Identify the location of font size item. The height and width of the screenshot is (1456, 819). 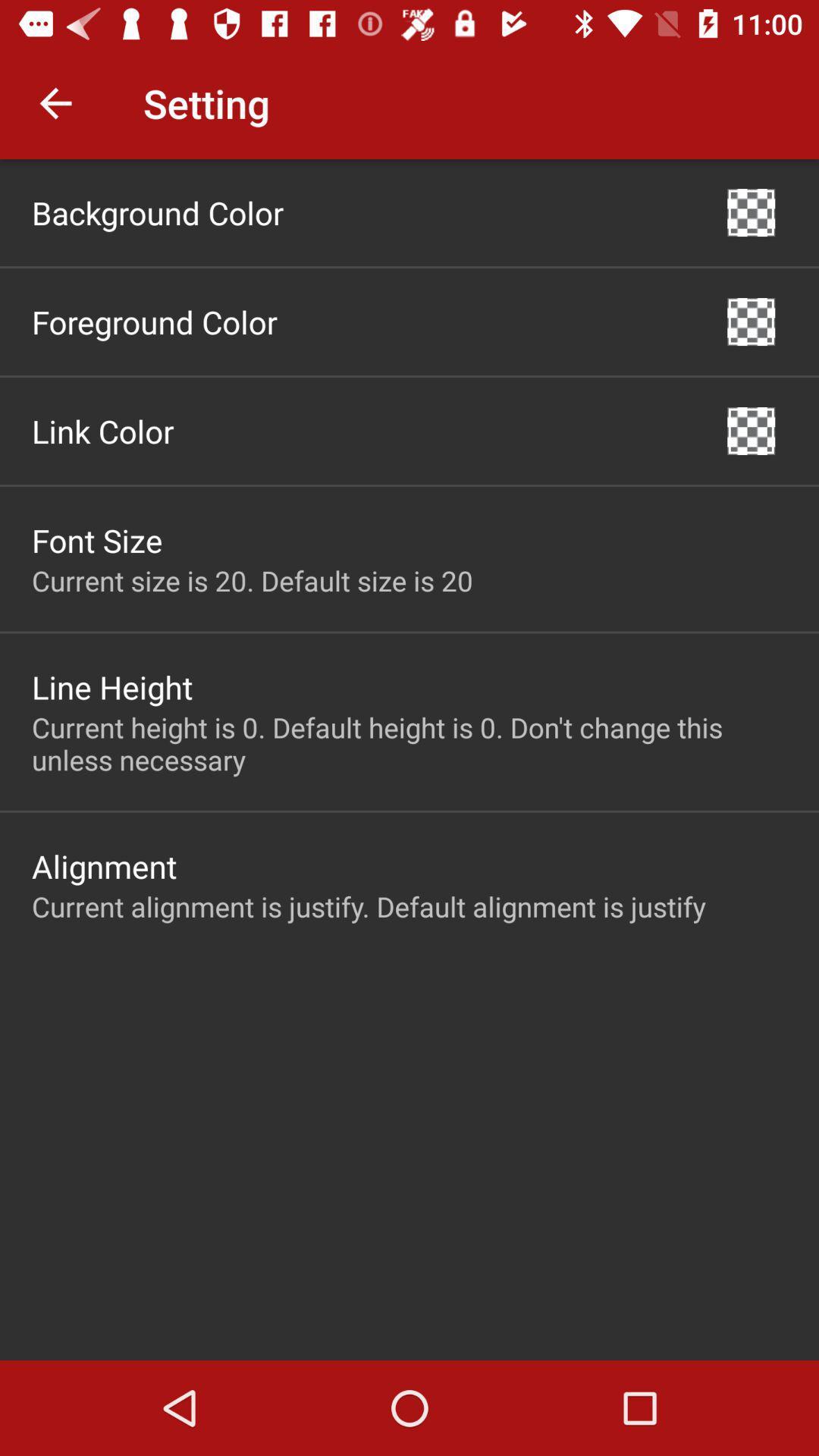
(97, 540).